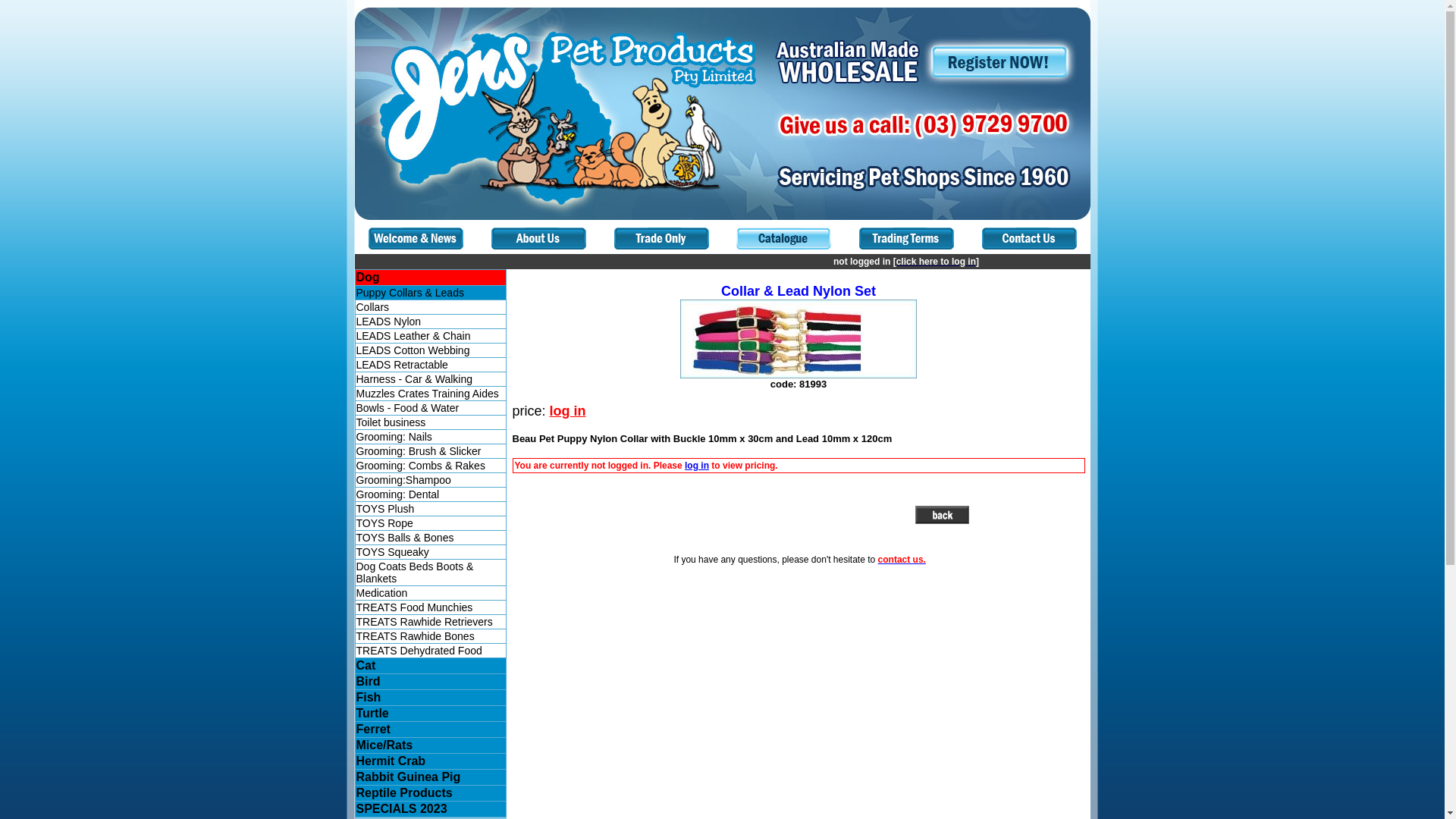 Image resolution: width=1456 pixels, height=819 pixels. I want to click on 'LEADS Cotton Webbing', so click(413, 350).